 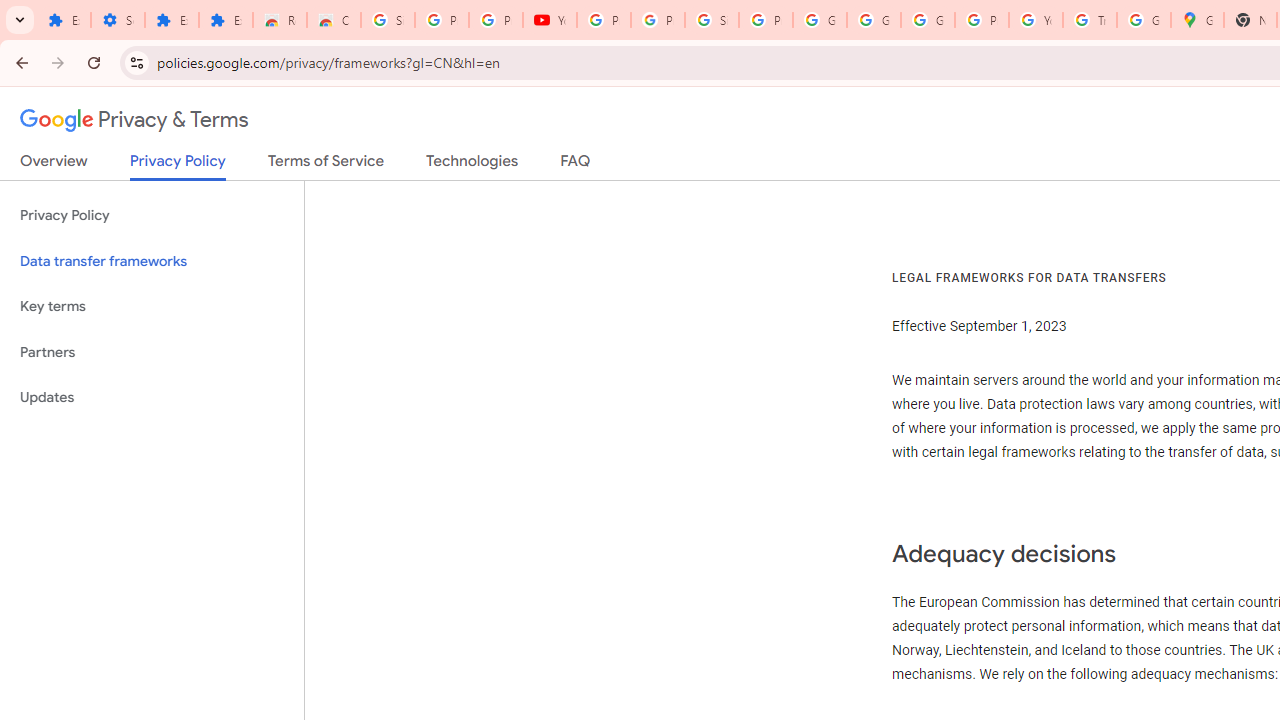 I want to click on 'Reviews: Helix Fruit Jump Arcade Game', so click(x=279, y=20).